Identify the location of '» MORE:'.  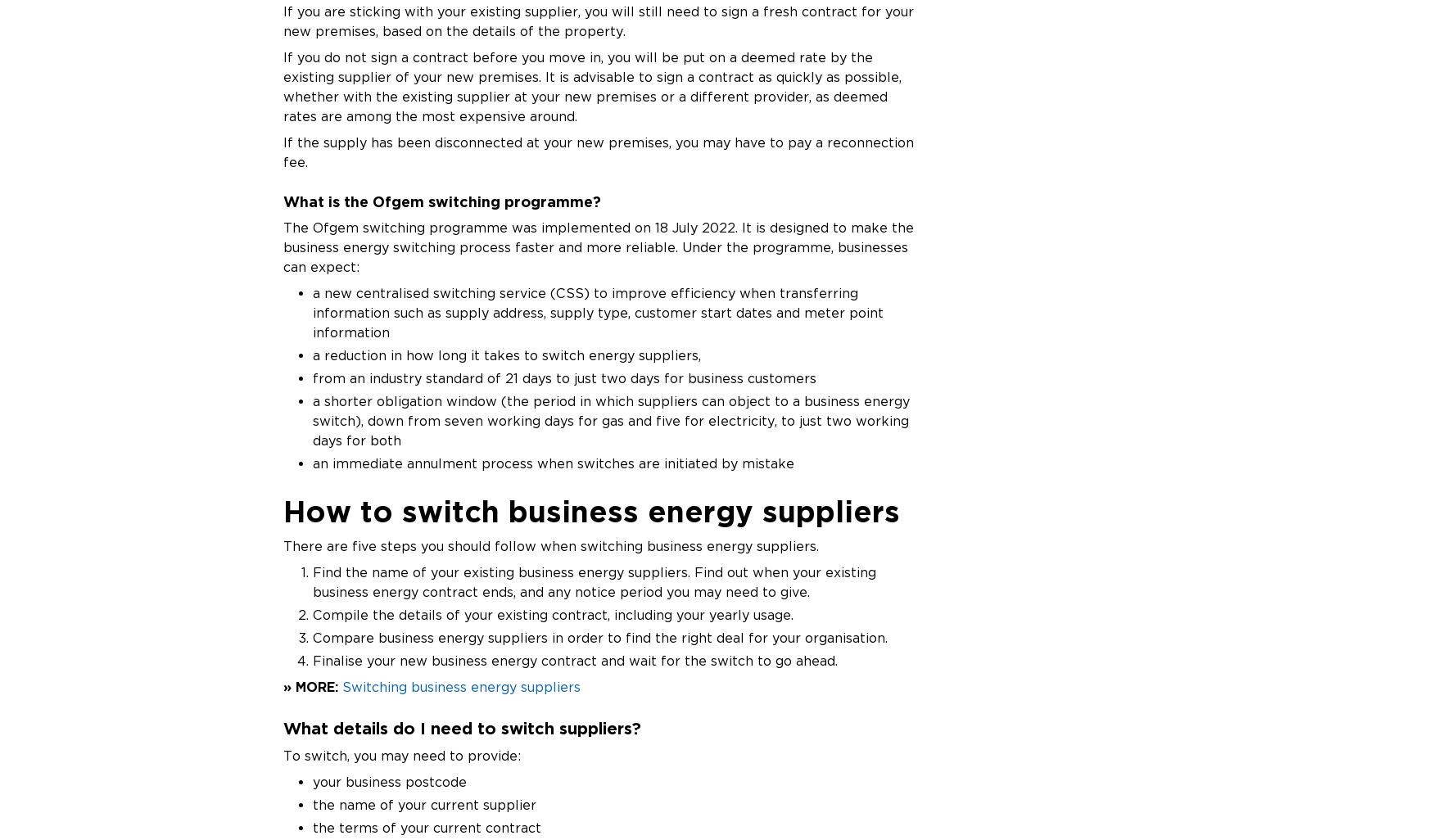
(310, 686).